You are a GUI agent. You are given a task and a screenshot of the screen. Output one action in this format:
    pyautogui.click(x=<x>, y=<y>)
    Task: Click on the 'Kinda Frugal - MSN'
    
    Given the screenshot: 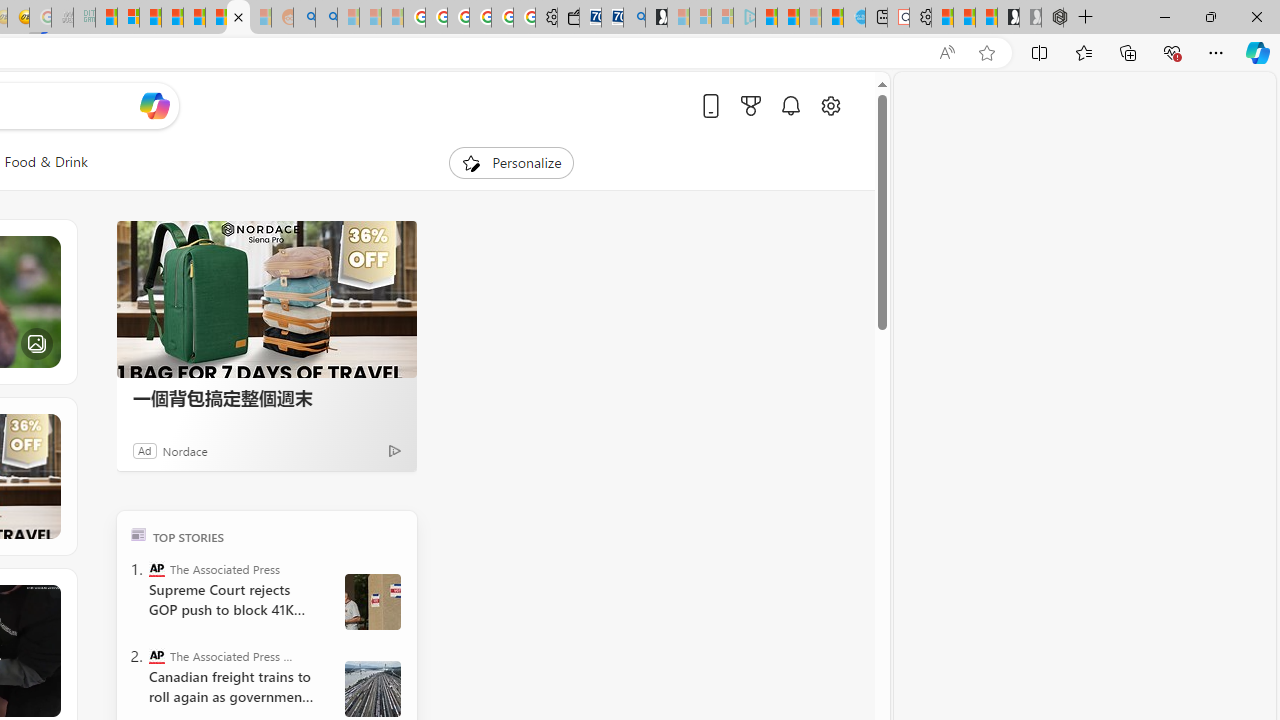 What is the action you would take?
    pyautogui.click(x=216, y=17)
    